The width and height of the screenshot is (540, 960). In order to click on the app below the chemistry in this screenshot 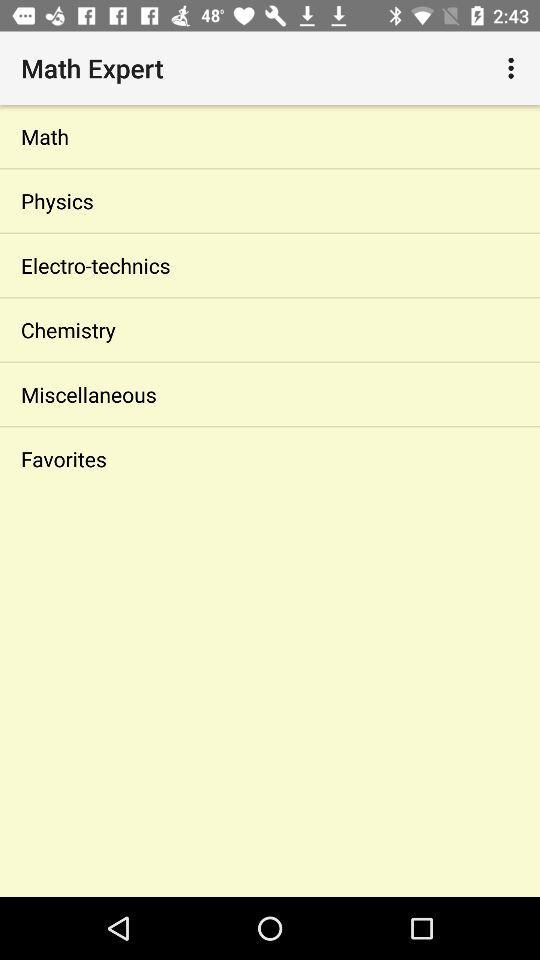, I will do `click(270, 393)`.